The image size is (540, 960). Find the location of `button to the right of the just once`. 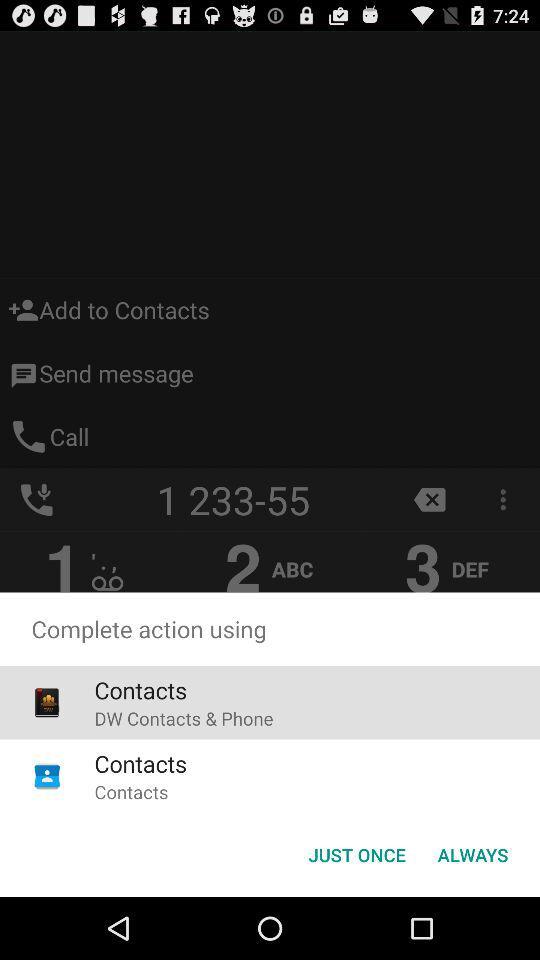

button to the right of the just once is located at coordinates (472, 853).